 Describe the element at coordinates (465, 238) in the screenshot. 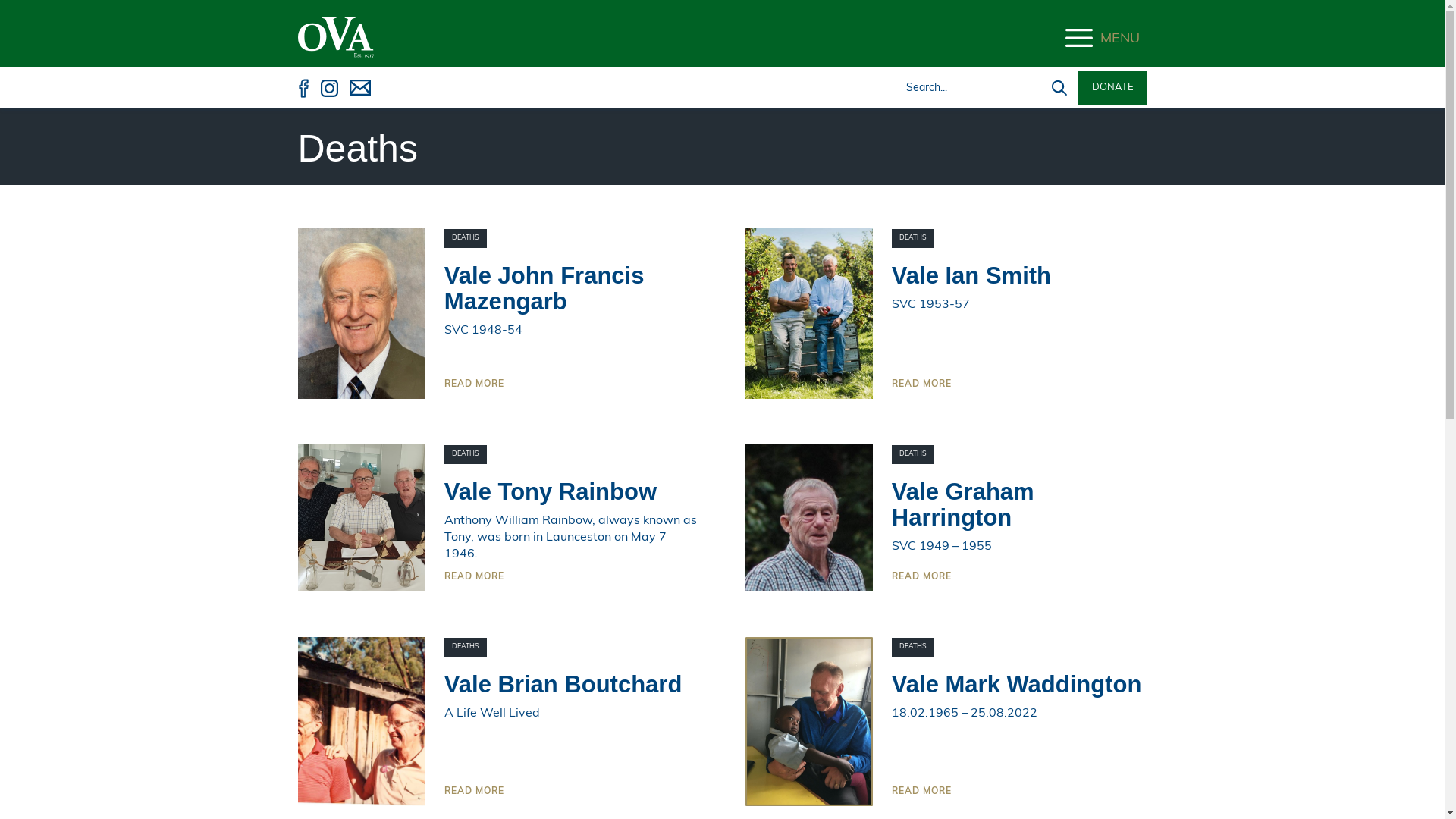

I see `'DEATHS'` at that location.